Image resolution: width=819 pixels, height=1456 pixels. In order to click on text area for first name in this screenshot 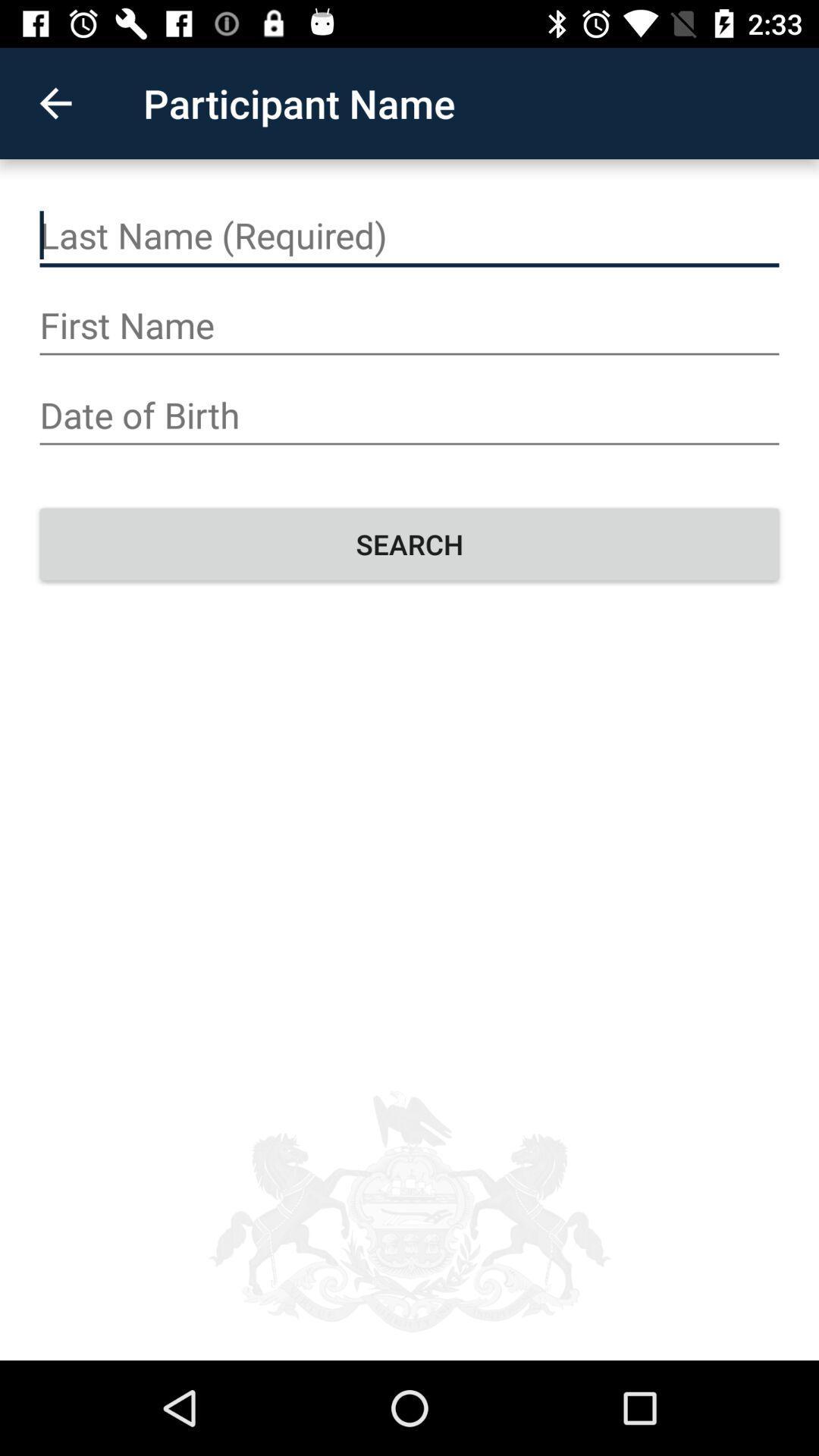, I will do `click(409, 325)`.